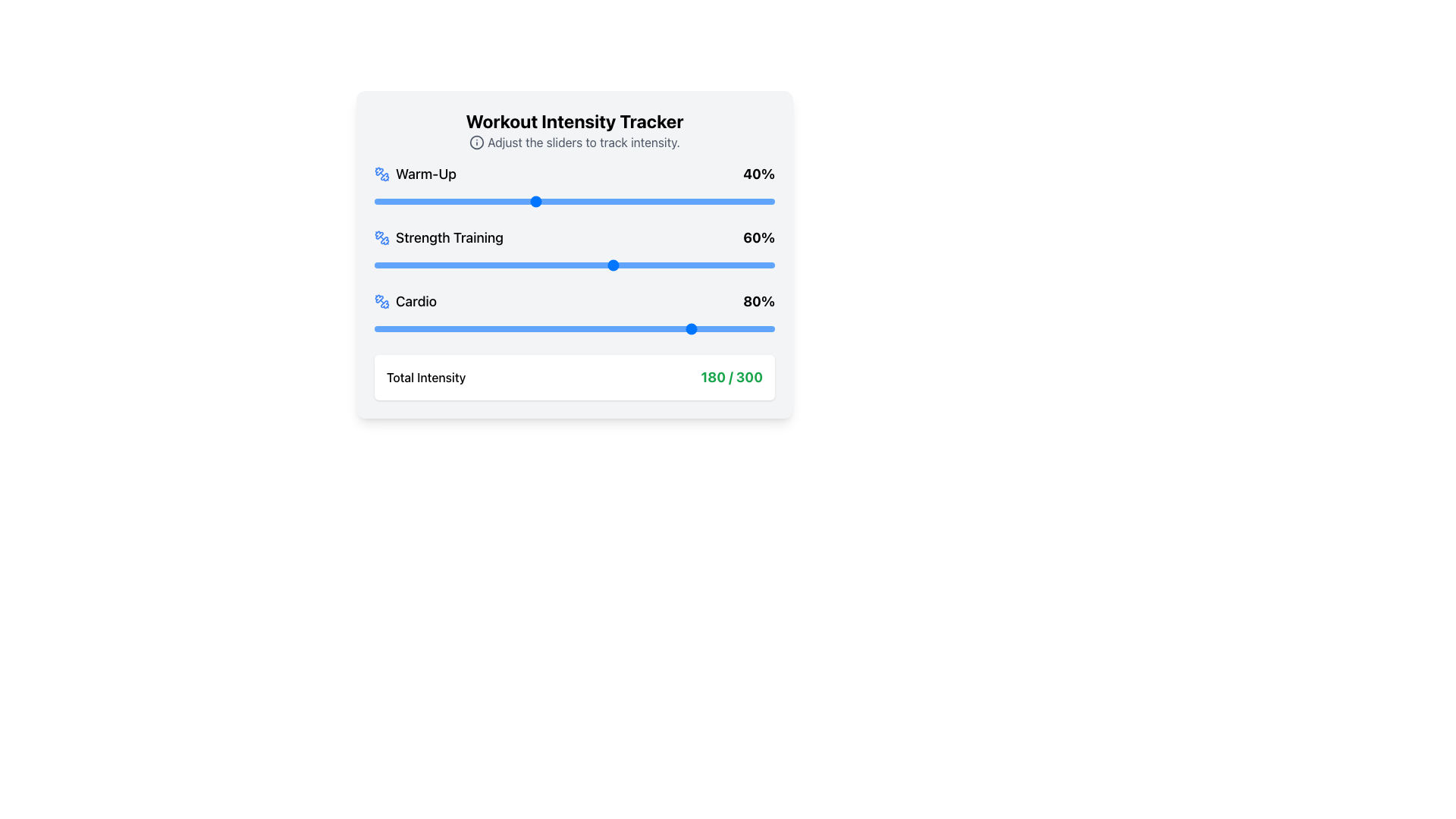 Image resolution: width=1456 pixels, height=819 pixels. What do you see at coordinates (635, 328) in the screenshot?
I see `the cardio intensity slider` at bounding box center [635, 328].